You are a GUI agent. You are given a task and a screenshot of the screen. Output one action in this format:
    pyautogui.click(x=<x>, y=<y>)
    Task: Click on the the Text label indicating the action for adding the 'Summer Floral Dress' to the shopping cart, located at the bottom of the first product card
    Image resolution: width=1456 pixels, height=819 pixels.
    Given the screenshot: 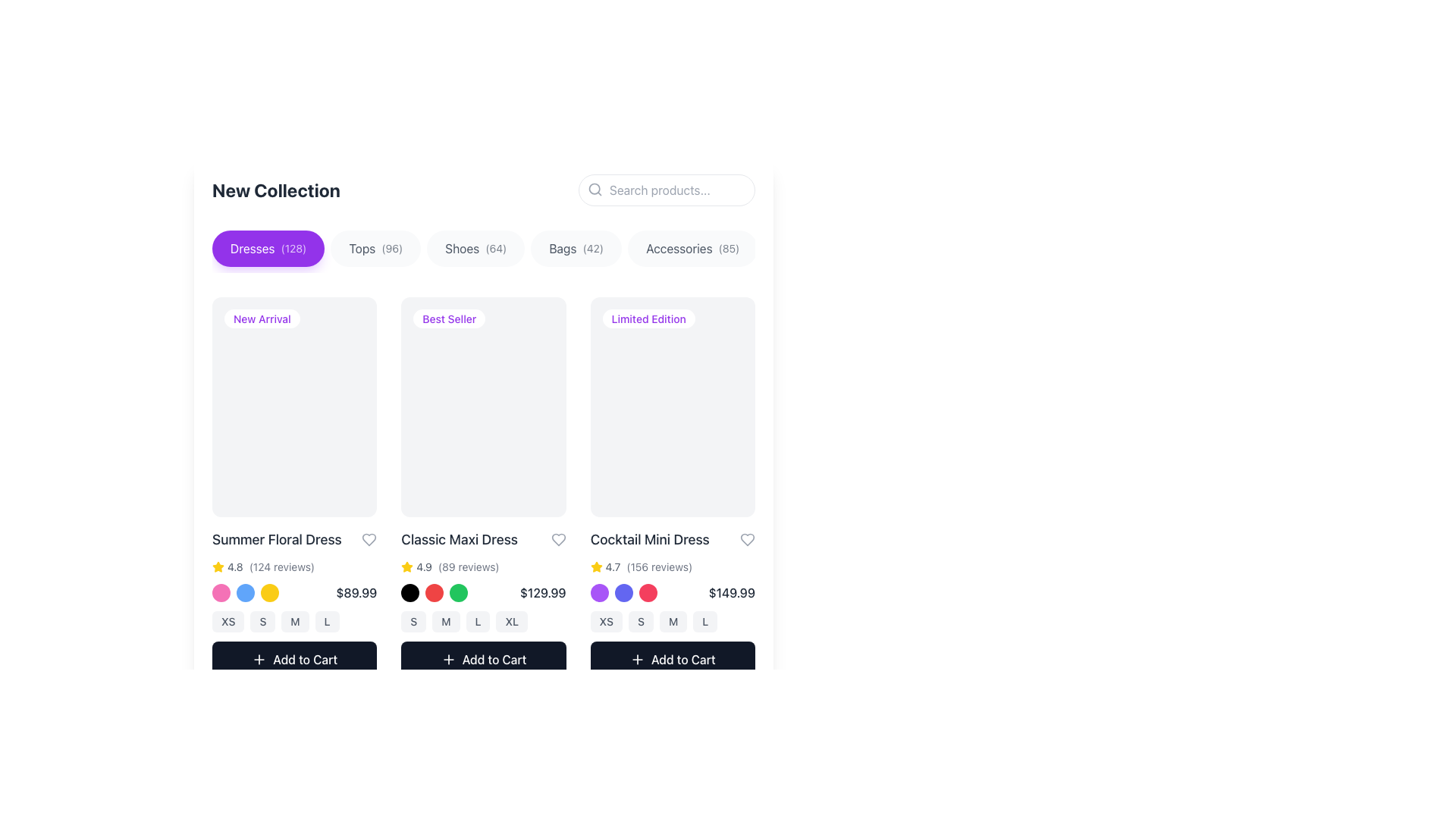 What is the action you would take?
    pyautogui.click(x=304, y=658)
    